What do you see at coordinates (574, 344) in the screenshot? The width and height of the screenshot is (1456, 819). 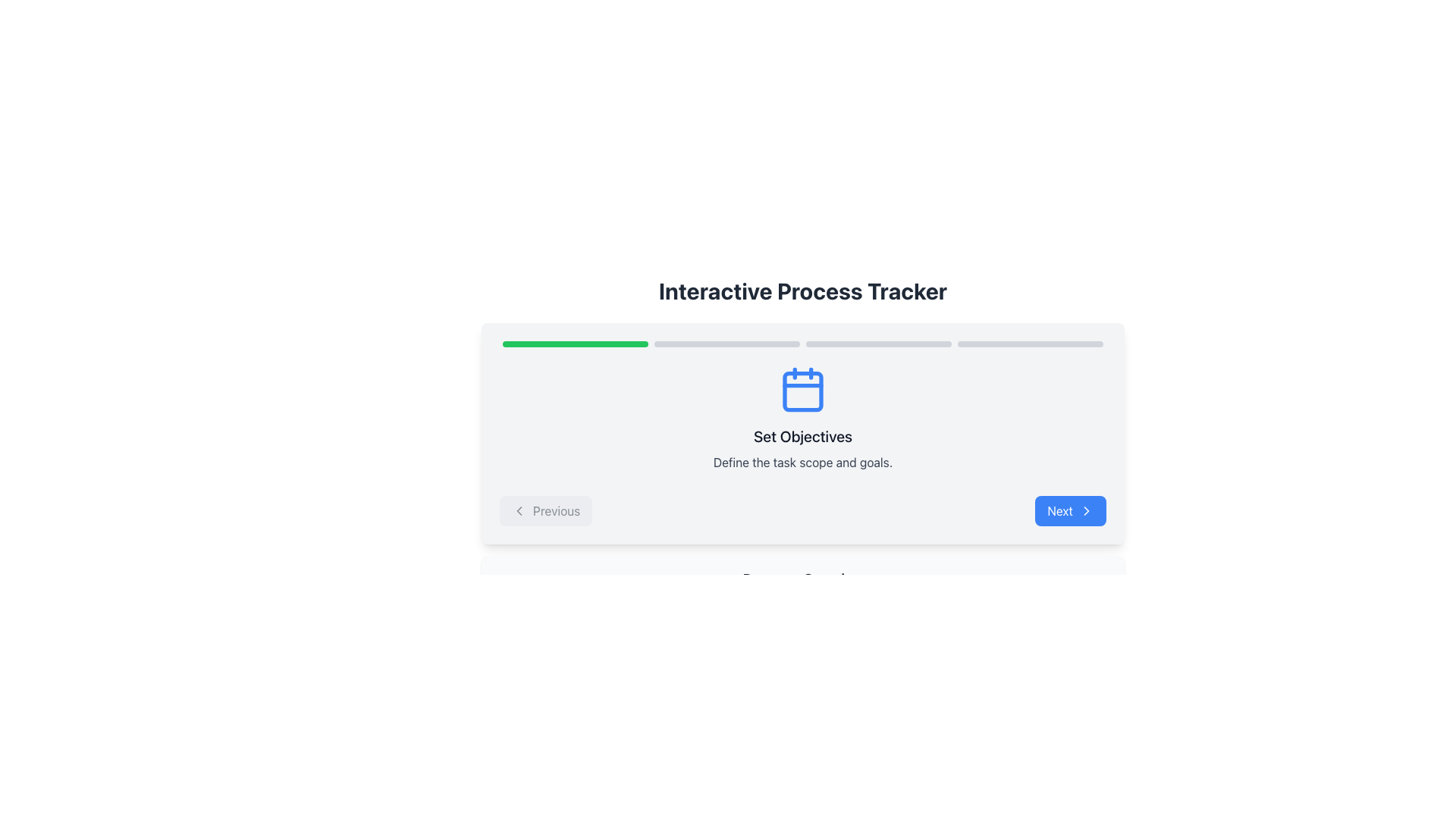 I see `the first segment of the progress indicator bar, which visually represents the active state in the multi-step progress tracker` at bounding box center [574, 344].